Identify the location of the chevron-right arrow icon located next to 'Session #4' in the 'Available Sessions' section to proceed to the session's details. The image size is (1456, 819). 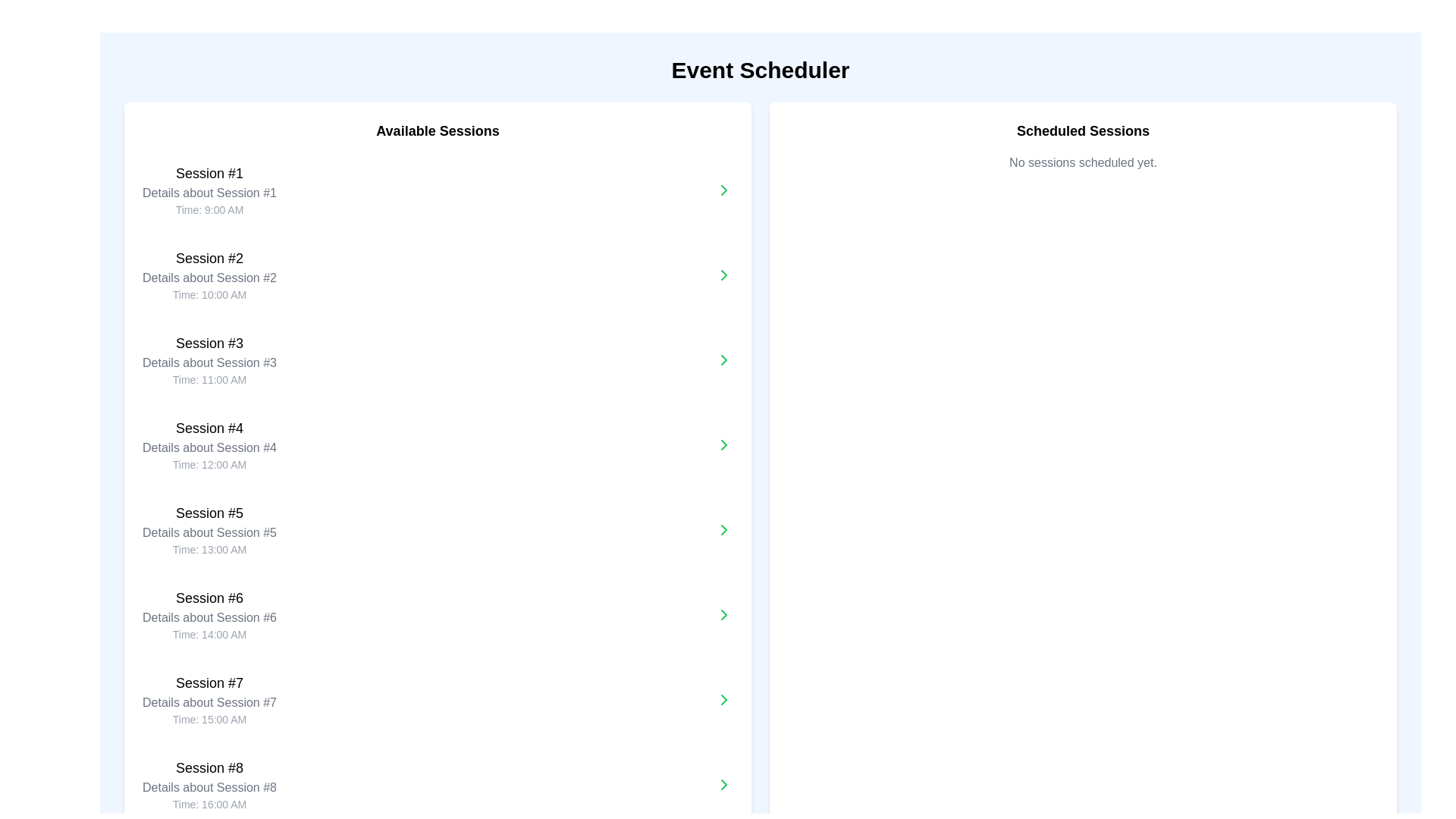
(723, 444).